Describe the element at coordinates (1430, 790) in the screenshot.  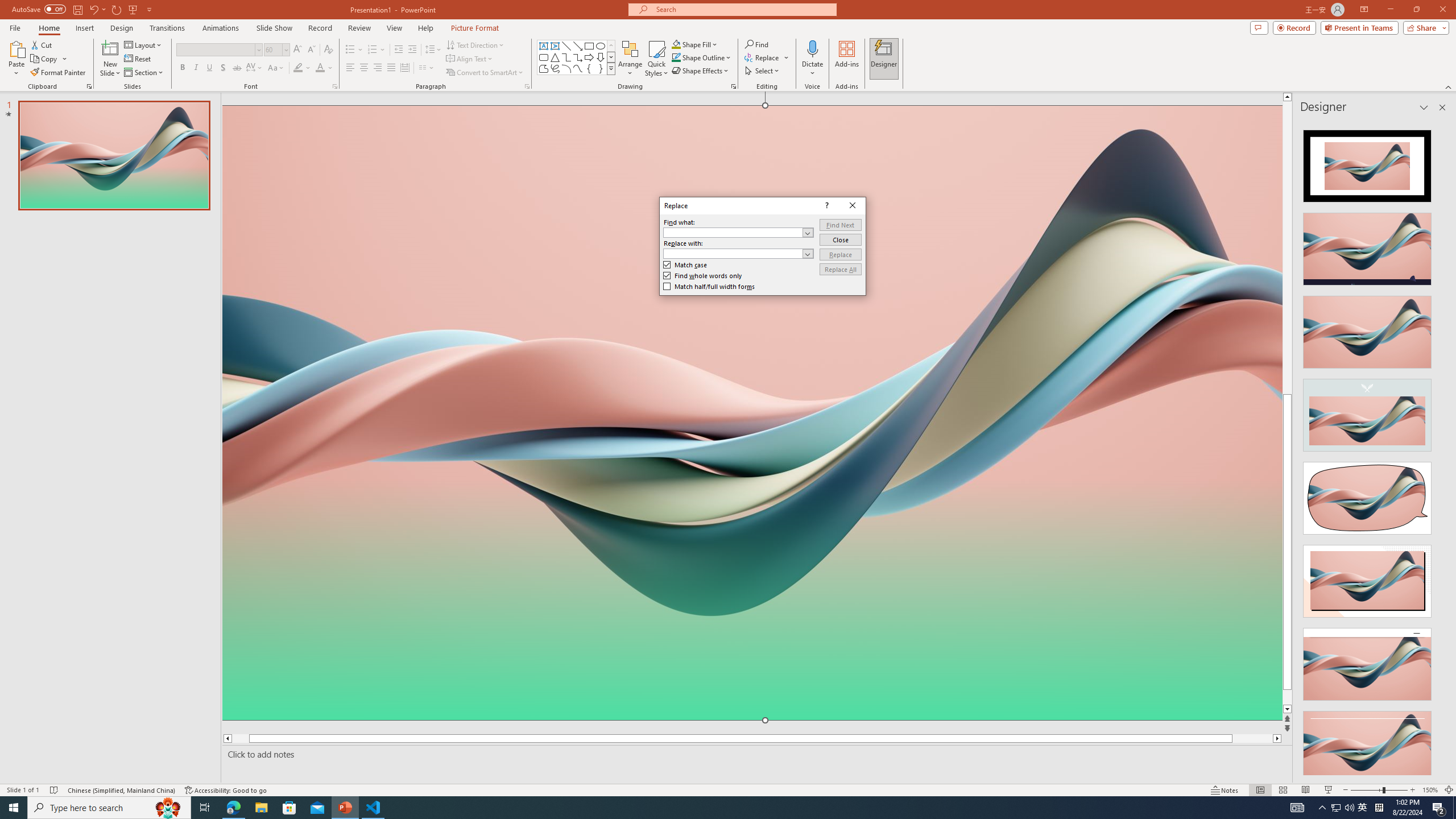
I see `'Zoom 150%'` at that location.